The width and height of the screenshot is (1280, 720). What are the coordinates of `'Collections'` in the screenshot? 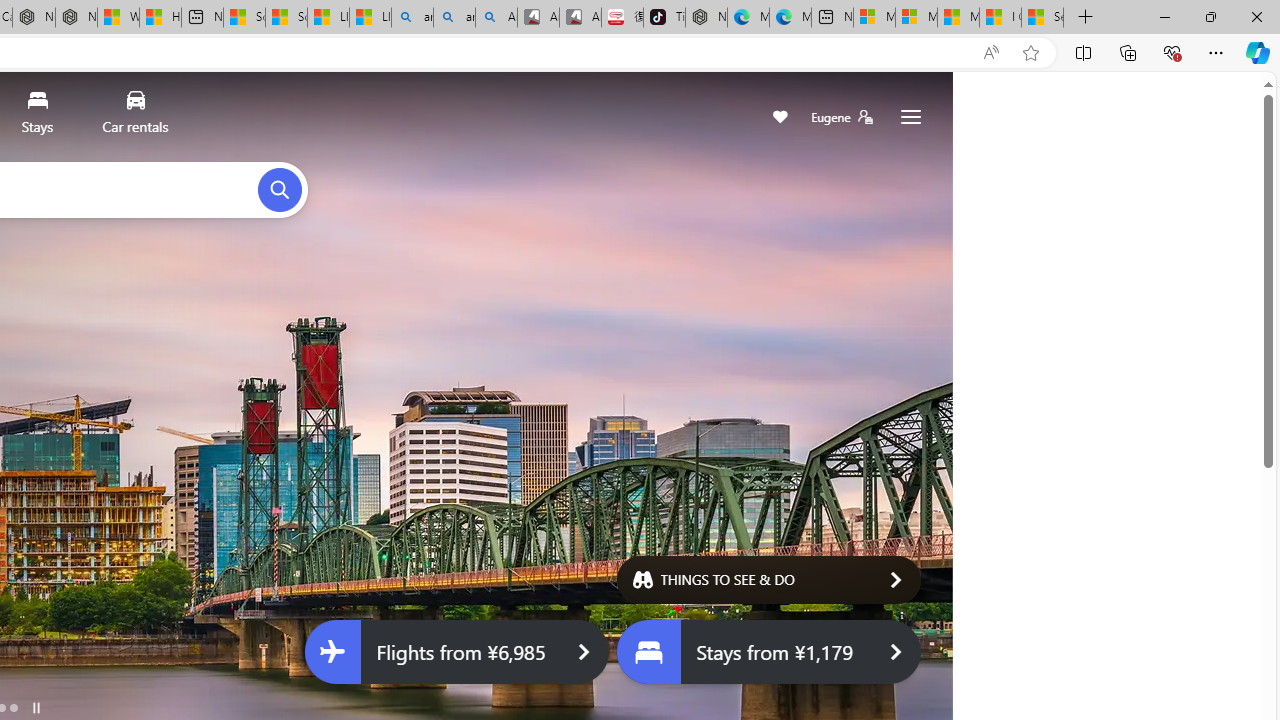 It's located at (1128, 51).